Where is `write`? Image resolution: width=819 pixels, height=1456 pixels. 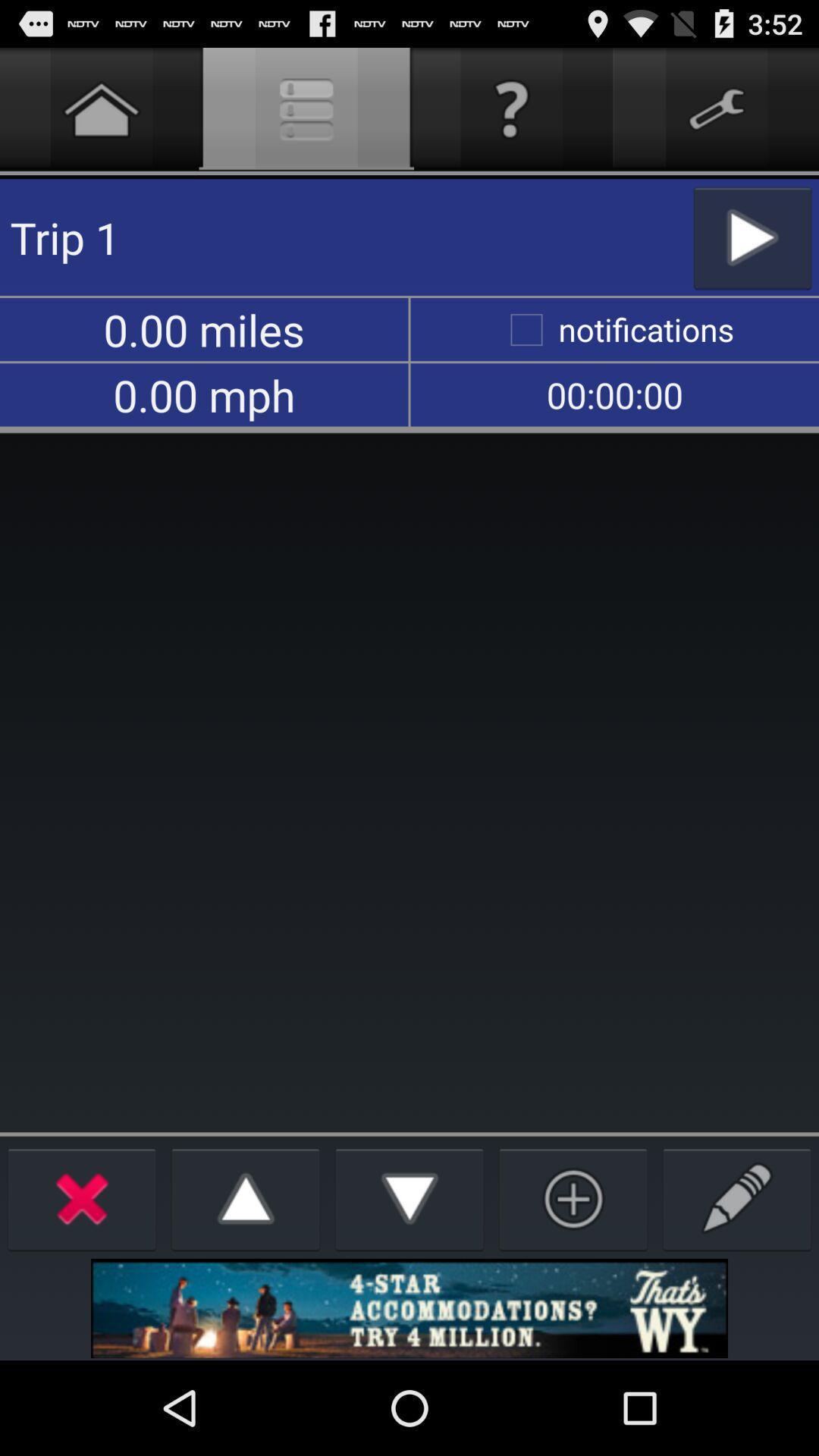
write is located at coordinates (736, 1197).